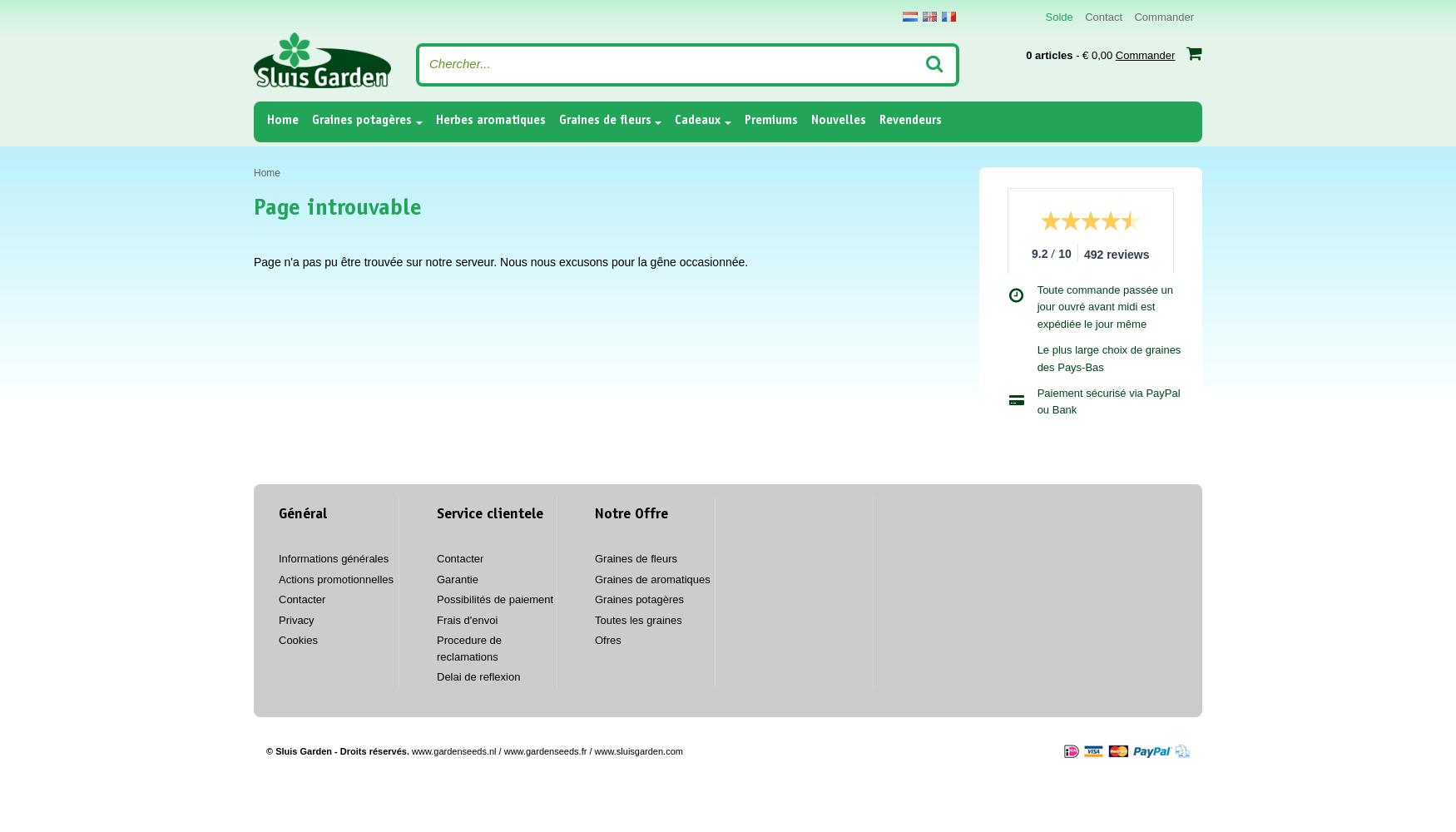  I want to click on 'Général', so click(303, 513).